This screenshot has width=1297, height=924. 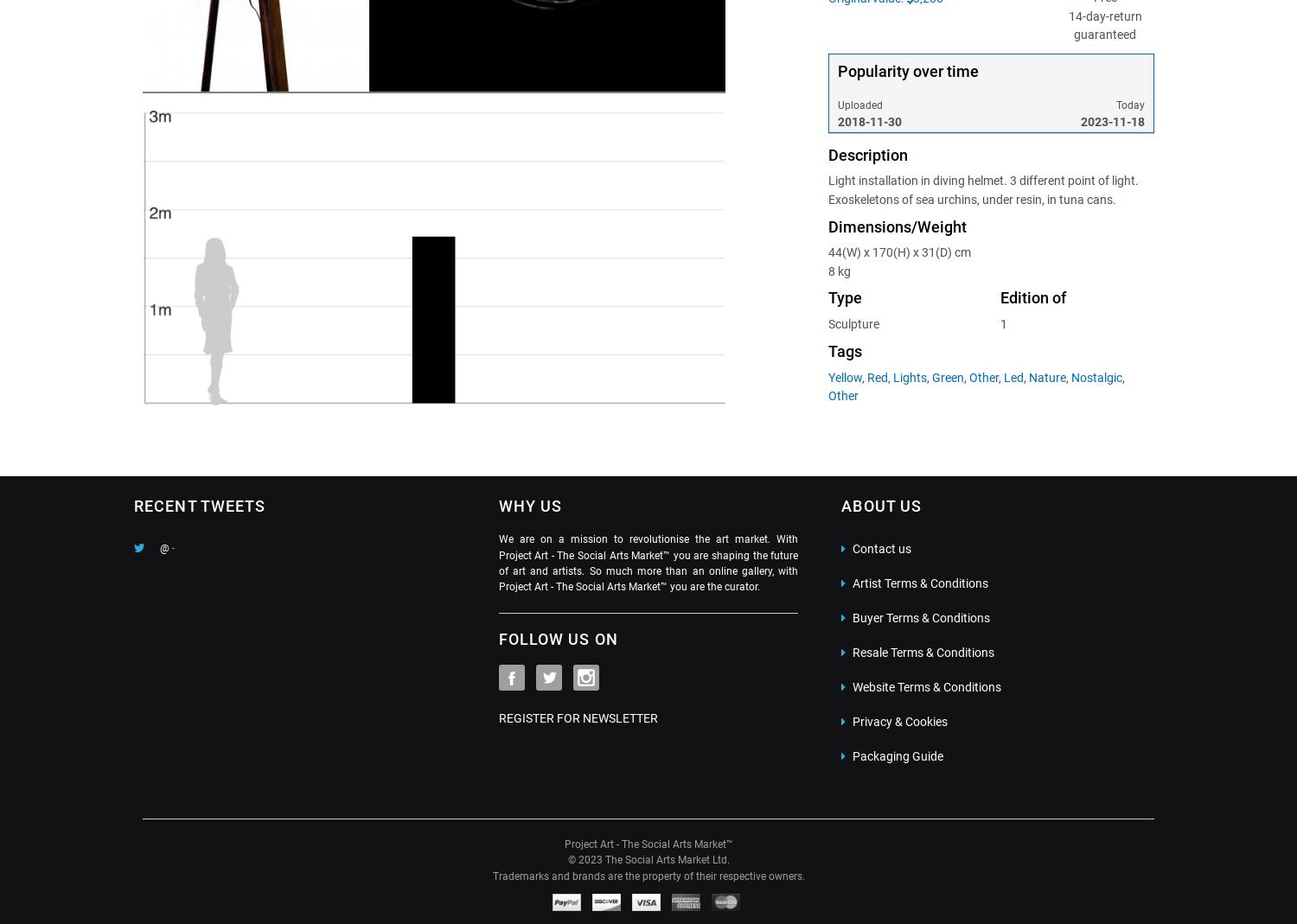 What do you see at coordinates (865, 377) in the screenshot?
I see `'Red'` at bounding box center [865, 377].